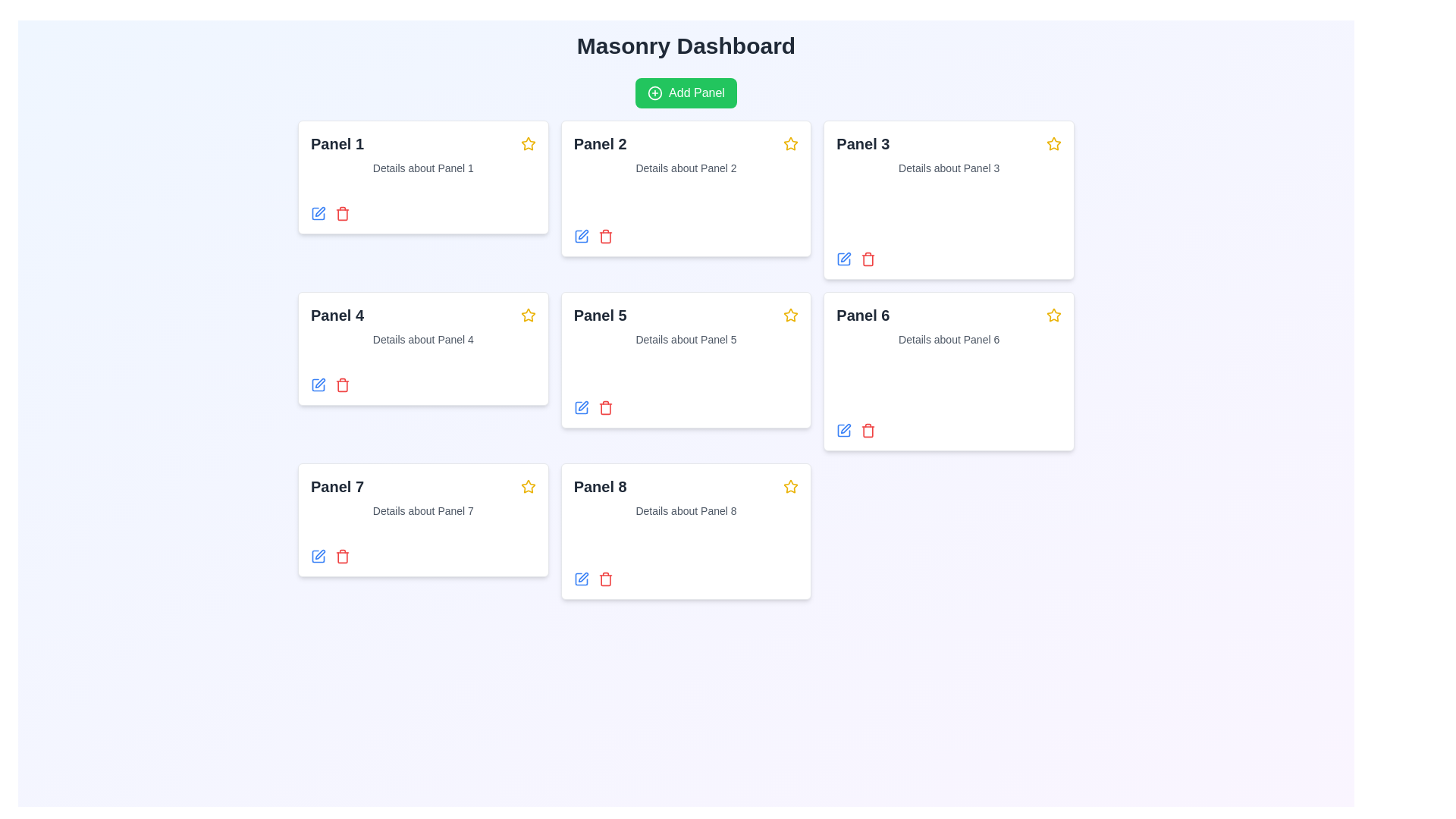 The width and height of the screenshot is (1456, 819). Describe the element at coordinates (686, 93) in the screenshot. I see `the green rectangular button with rounded corners labeled 'Add Panel'` at that location.